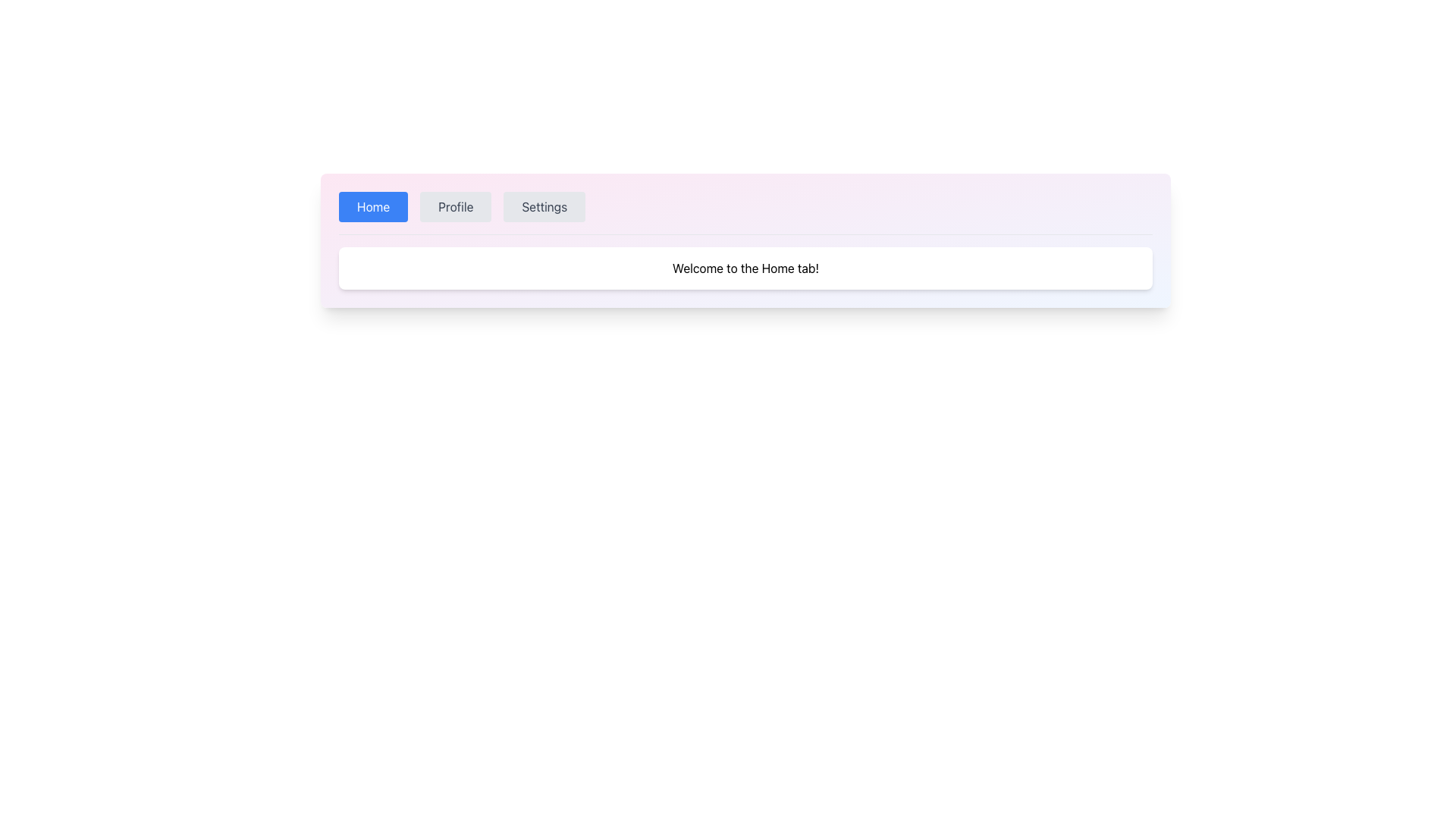 Image resolution: width=1456 pixels, height=819 pixels. Describe the element at coordinates (745, 268) in the screenshot. I see `the static text box that contains the text 'Welcome to the Home tab!' which is visually distinct with rounded corners and a white background` at that location.